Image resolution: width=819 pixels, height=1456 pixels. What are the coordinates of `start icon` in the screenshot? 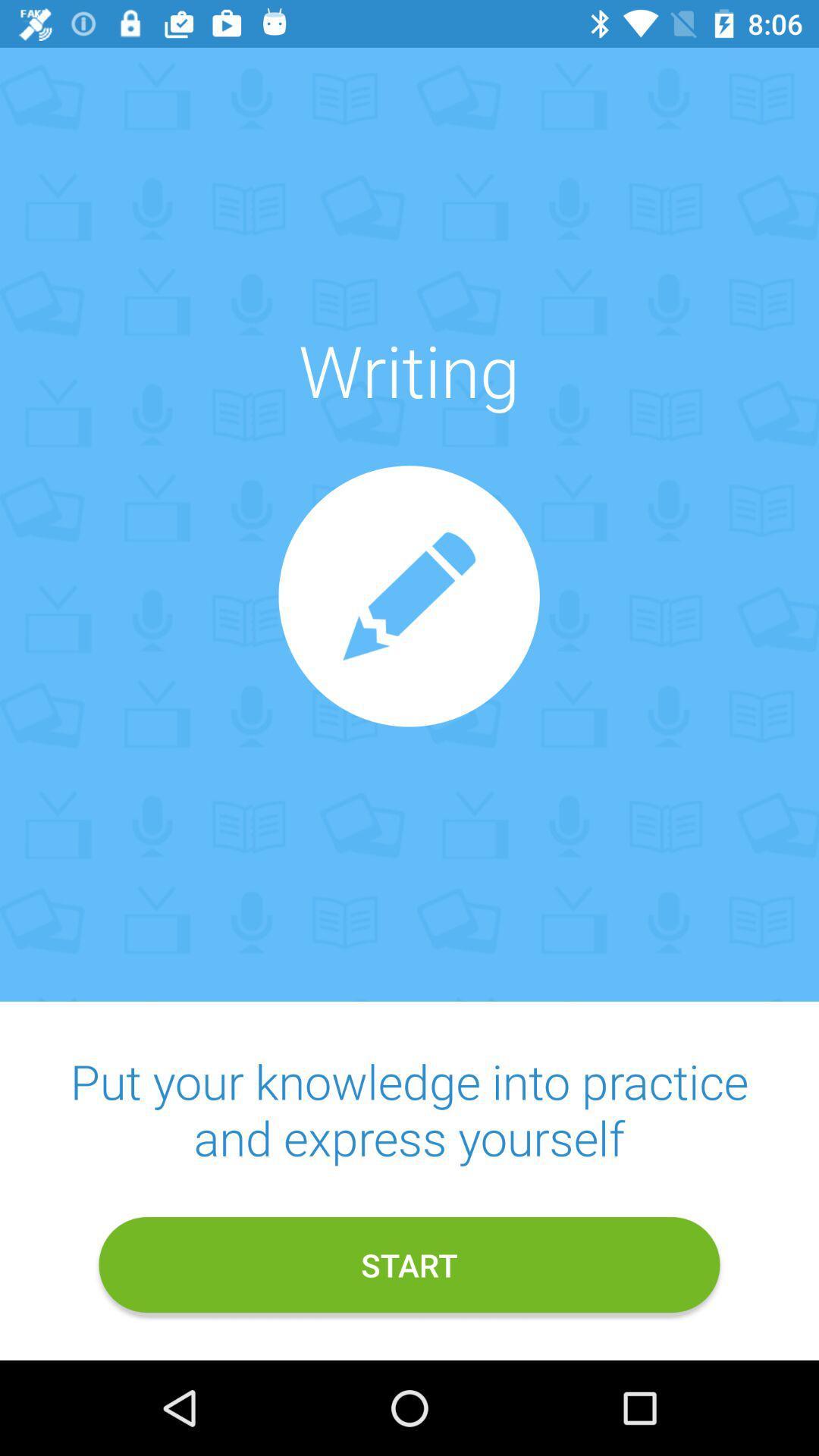 It's located at (409, 1265).